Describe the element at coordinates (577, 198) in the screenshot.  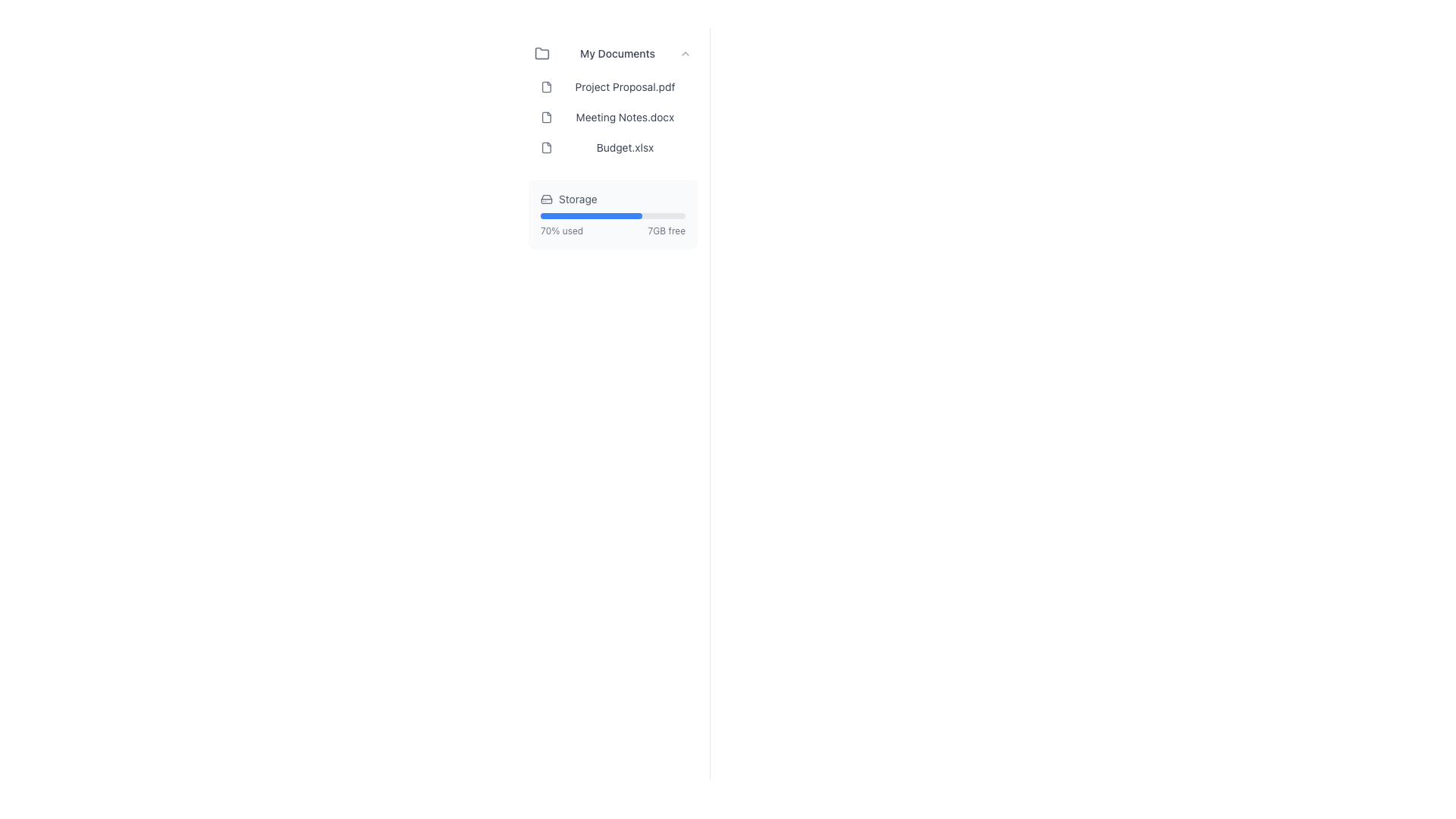
I see `the Text label that indicates storage information, located to the right of the hard drive icon and above the storage usage progress bar` at that location.